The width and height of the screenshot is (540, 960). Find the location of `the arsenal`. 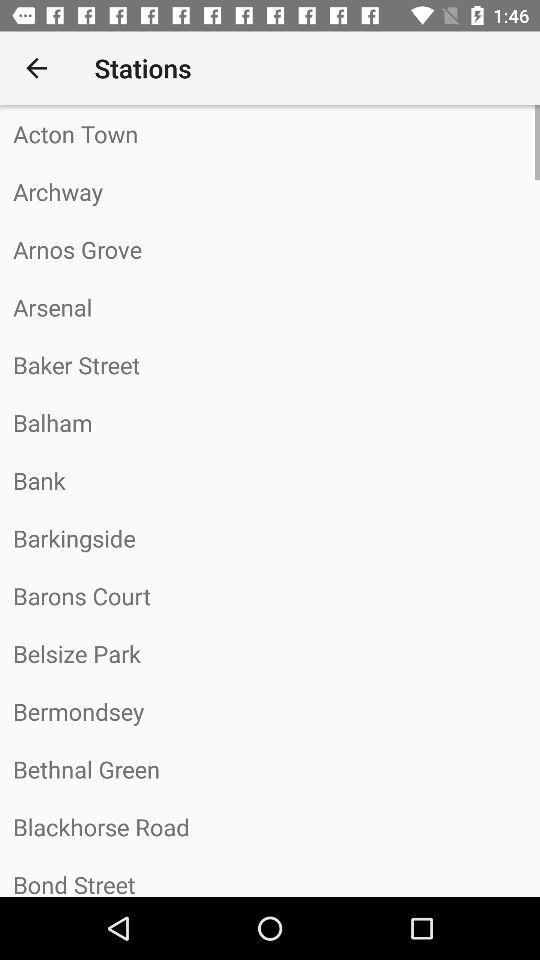

the arsenal is located at coordinates (270, 307).